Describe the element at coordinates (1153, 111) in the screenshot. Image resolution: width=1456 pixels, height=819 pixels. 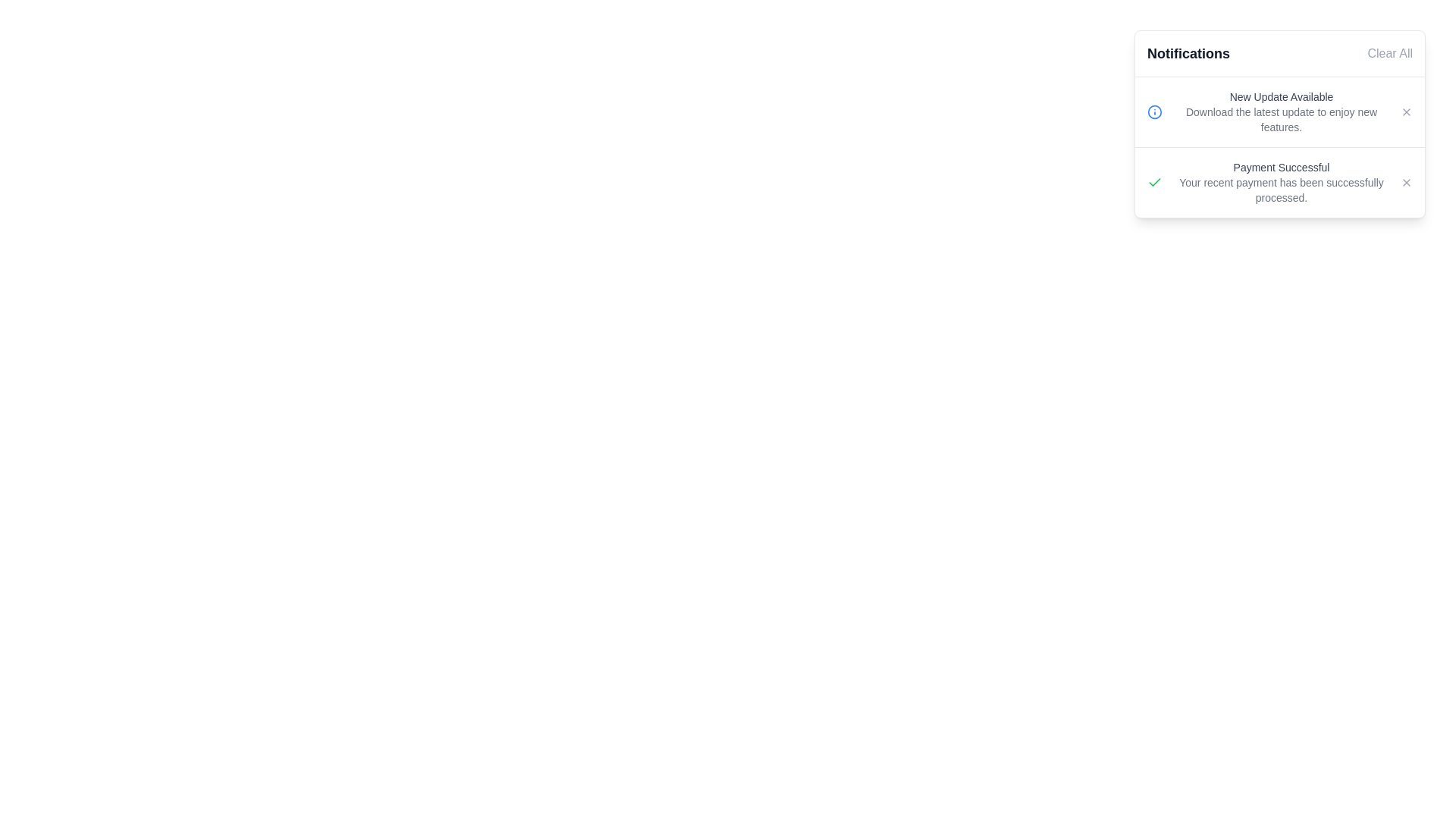
I see `the blue circular Informational Icon with an information symbol located next to the title text 'New Update Available'` at that location.